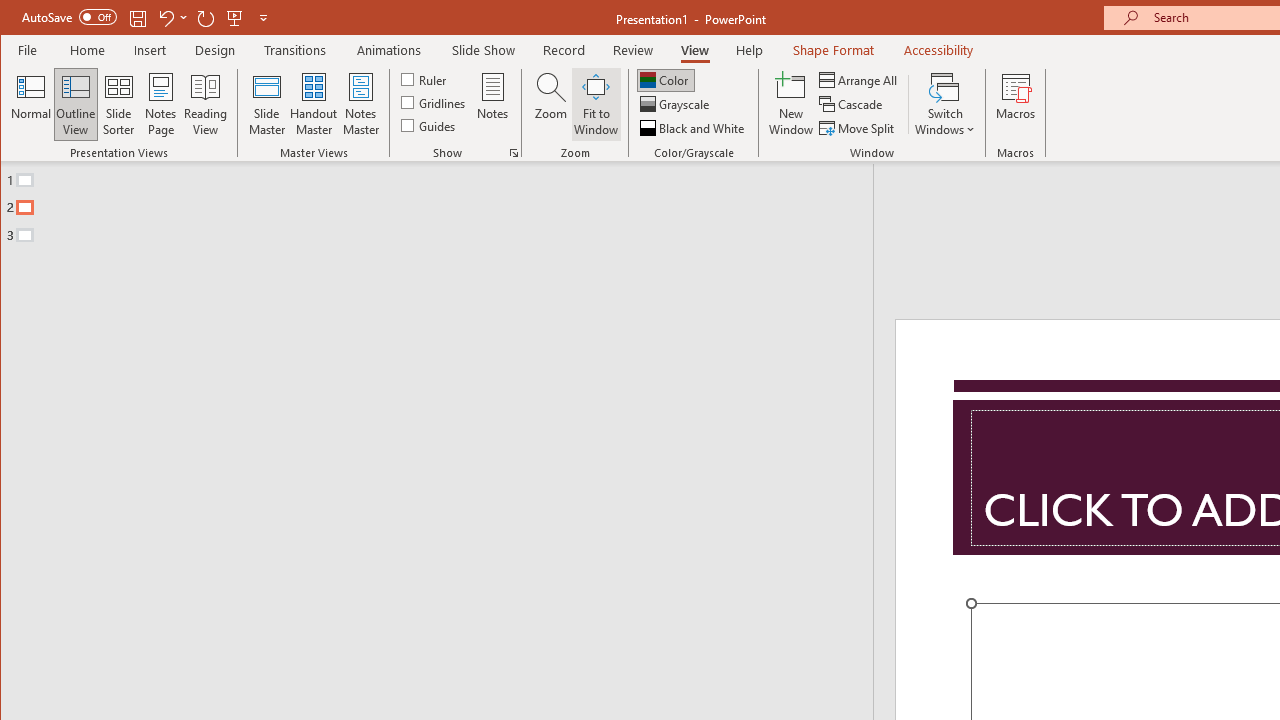  What do you see at coordinates (493, 104) in the screenshot?
I see `'Notes'` at bounding box center [493, 104].